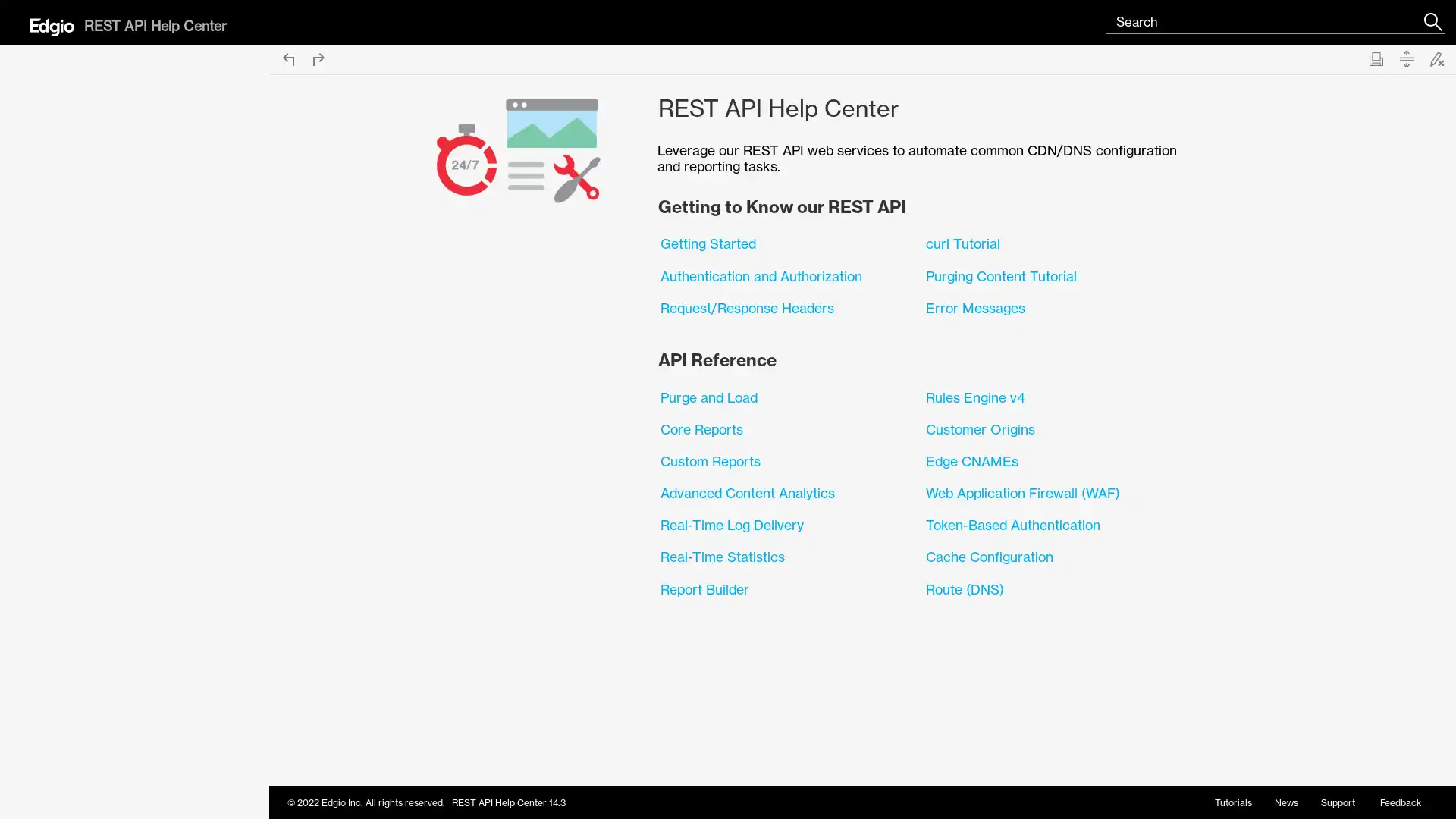 The width and height of the screenshot is (1456, 819). What do you see at coordinates (1436, 58) in the screenshot?
I see `remove highlight` at bounding box center [1436, 58].